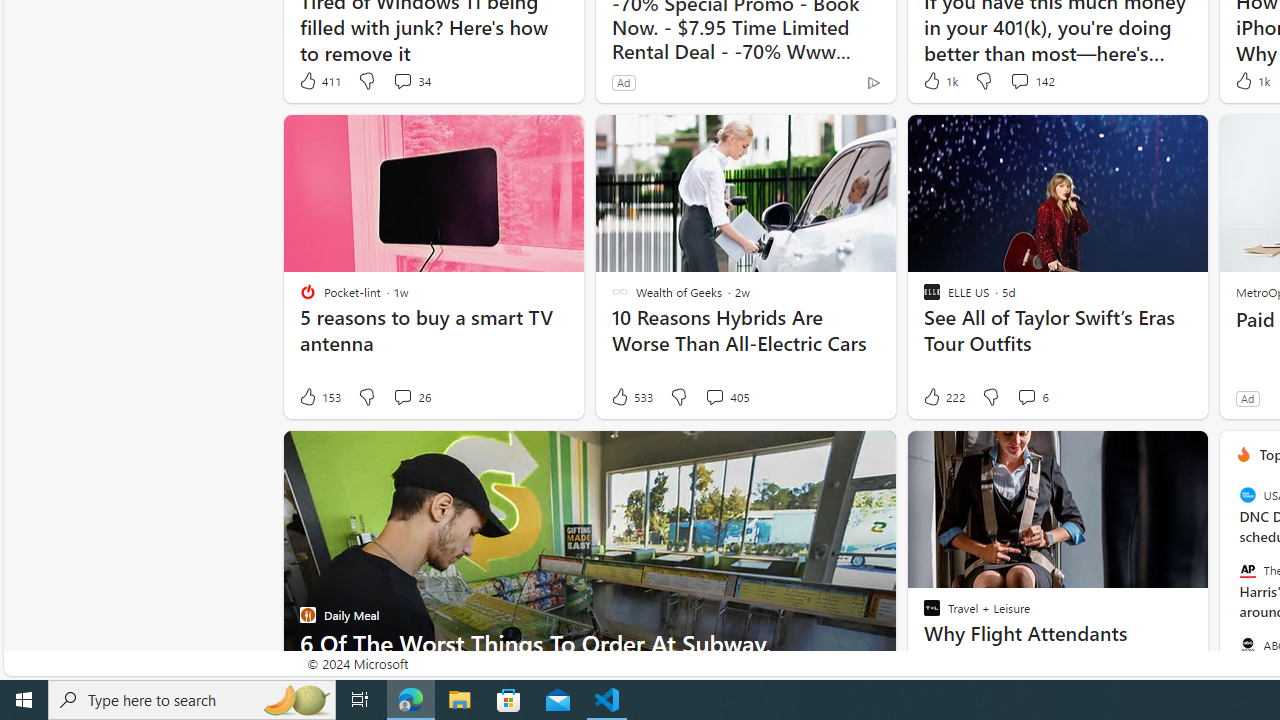 The height and width of the screenshot is (720, 1280). Describe the element at coordinates (726, 397) in the screenshot. I see `'View comments 405 Comment'` at that location.